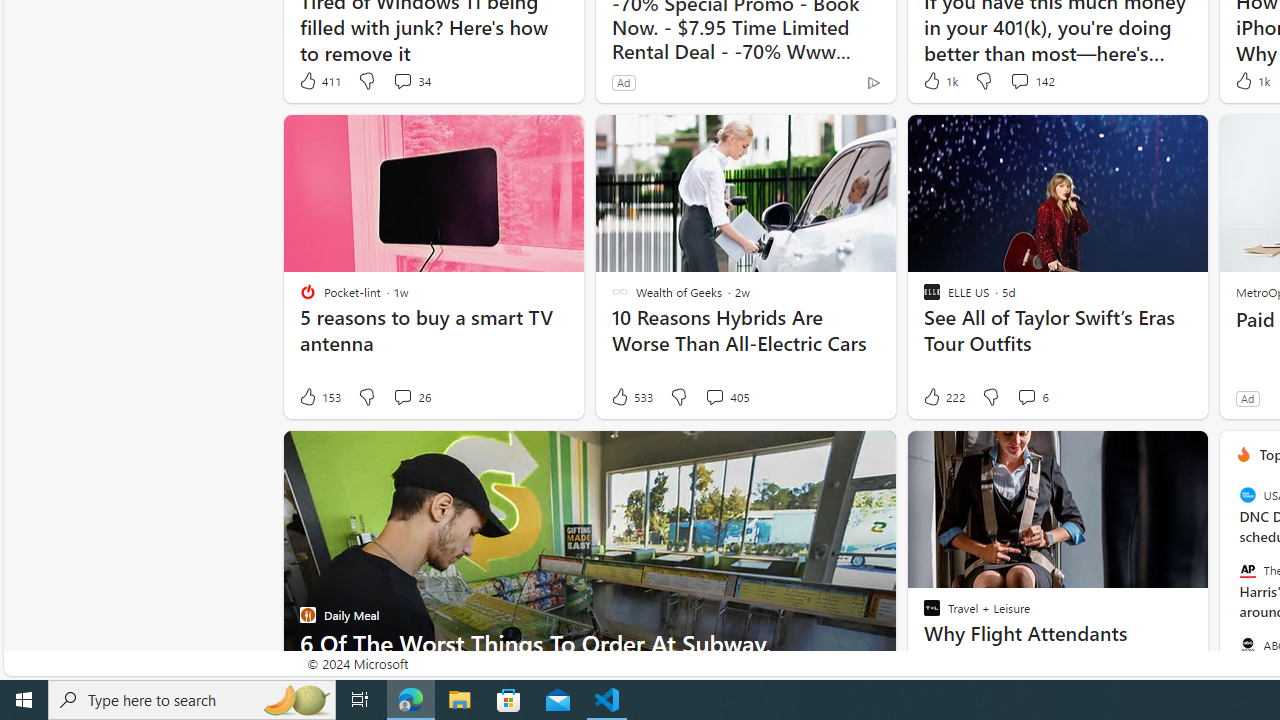 The height and width of the screenshot is (720, 1280). Describe the element at coordinates (726, 397) in the screenshot. I see `'View comments 405 Comment'` at that location.